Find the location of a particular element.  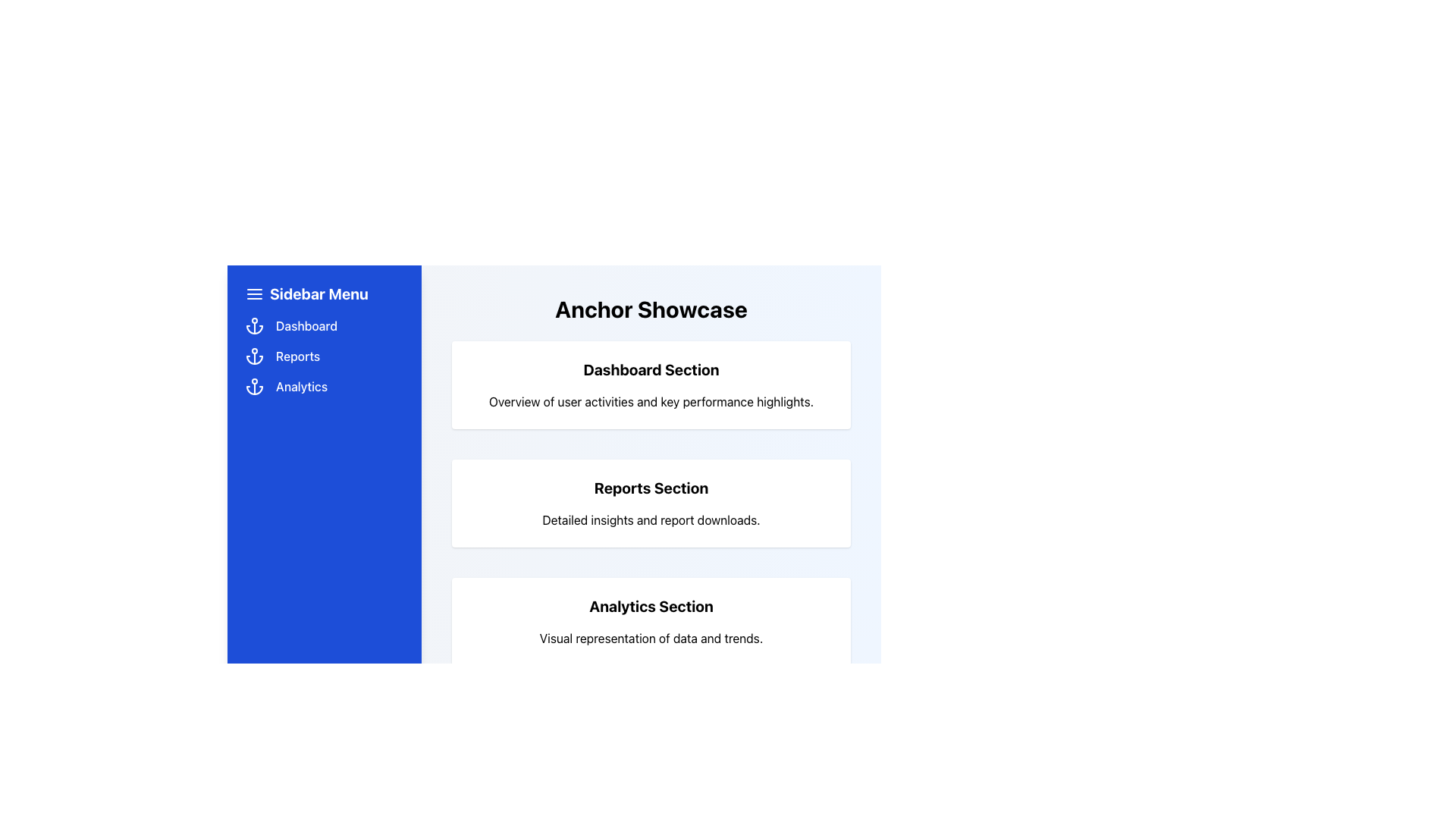

the first navigation link on the left side of the interface is located at coordinates (323, 325).